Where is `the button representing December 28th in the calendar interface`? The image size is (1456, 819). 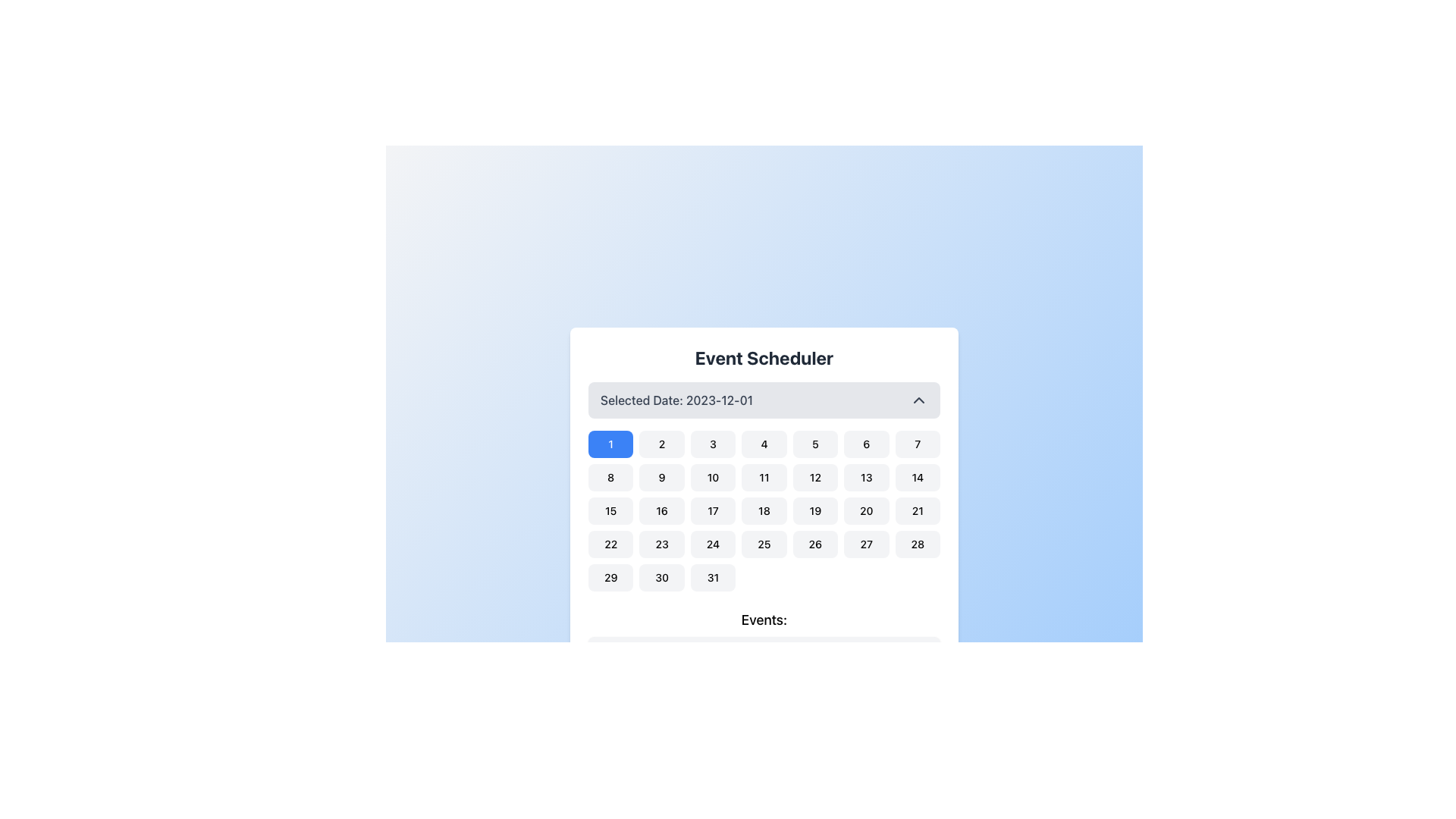
the button representing December 28th in the calendar interface is located at coordinates (917, 543).